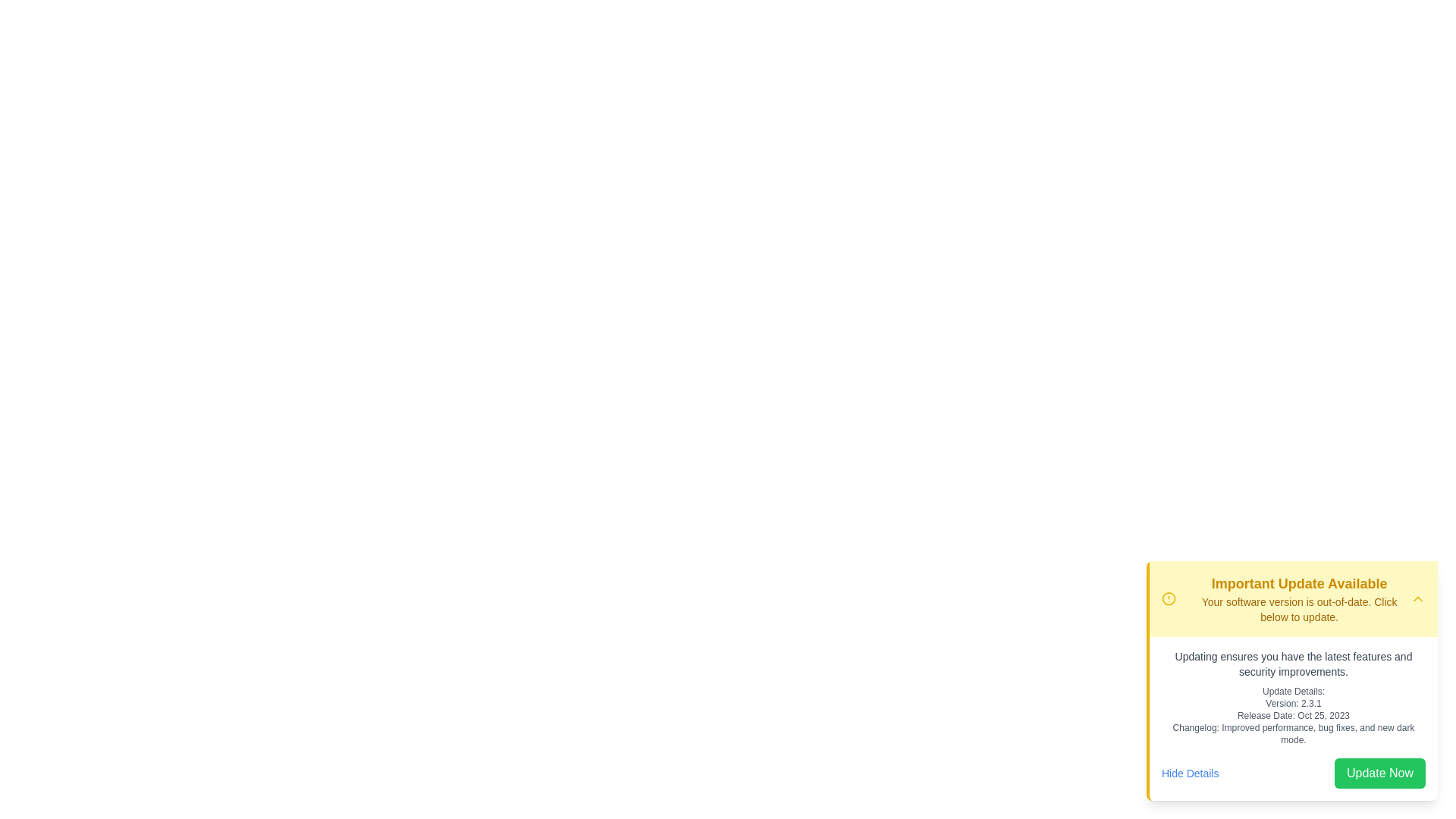 This screenshot has height=819, width=1456. I want to click on the Informational text section that displays update information, including the heading 'Update Details:', version, release date, and changelog description, so click(1292, 716).